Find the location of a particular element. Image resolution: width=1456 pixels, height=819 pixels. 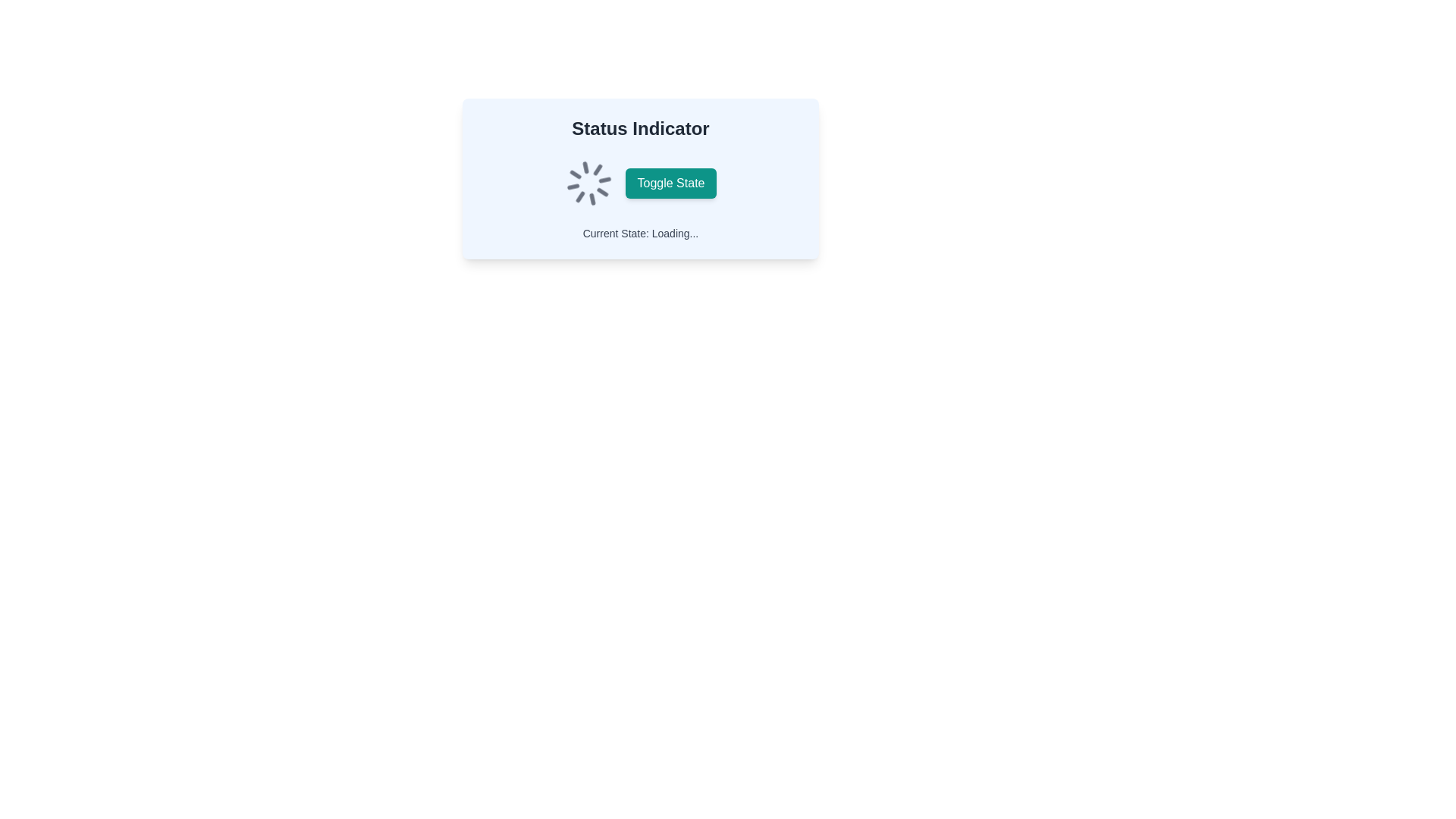

the 'Toggle State' label which is located in the 'Status Indicator' section of the interface, visually aligned with an animated spinner icon is located at coordinates (640, 183).